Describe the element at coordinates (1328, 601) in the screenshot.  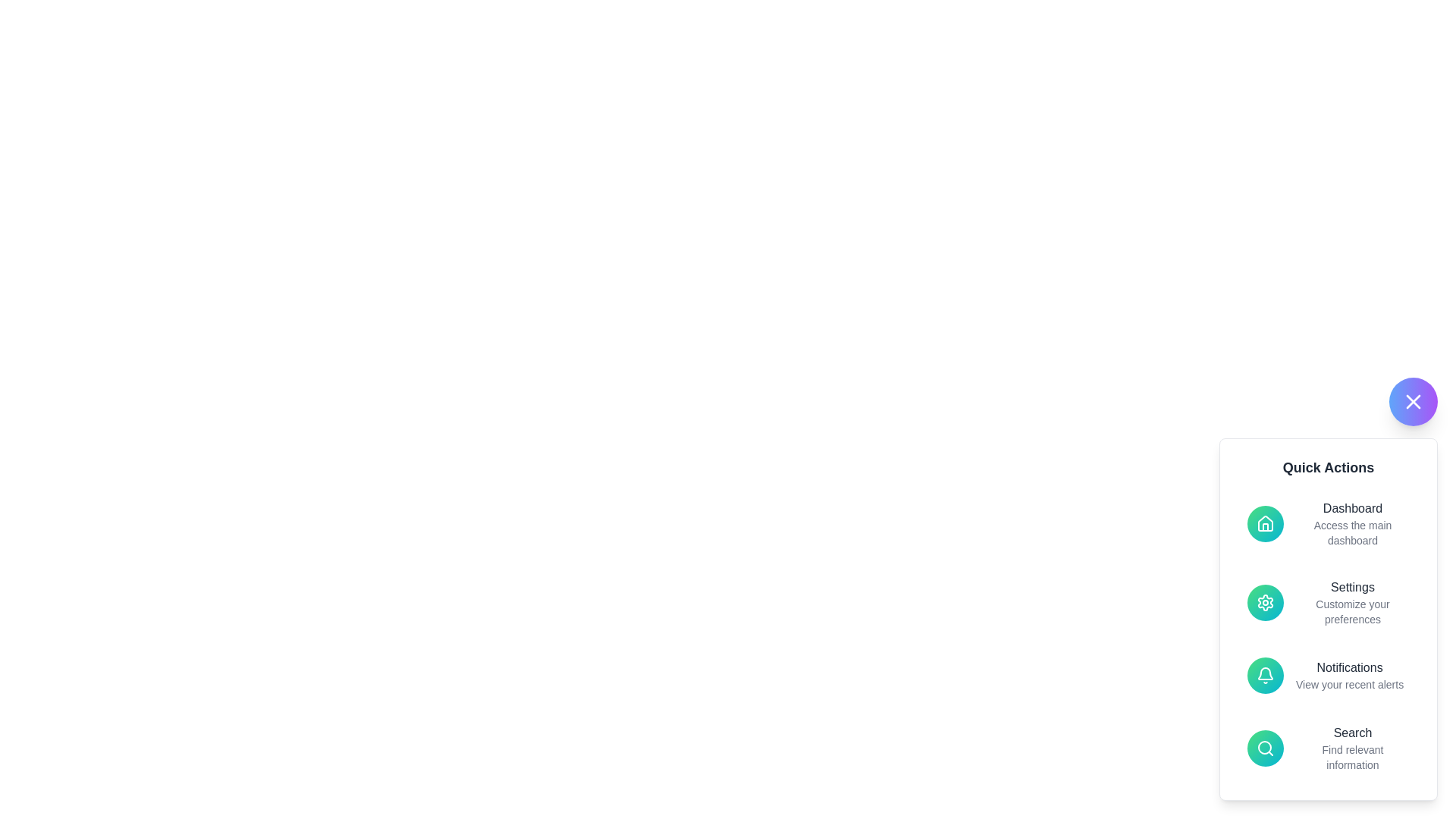
I see `the menu item labeled 'Settings' to highlight it` at that location.